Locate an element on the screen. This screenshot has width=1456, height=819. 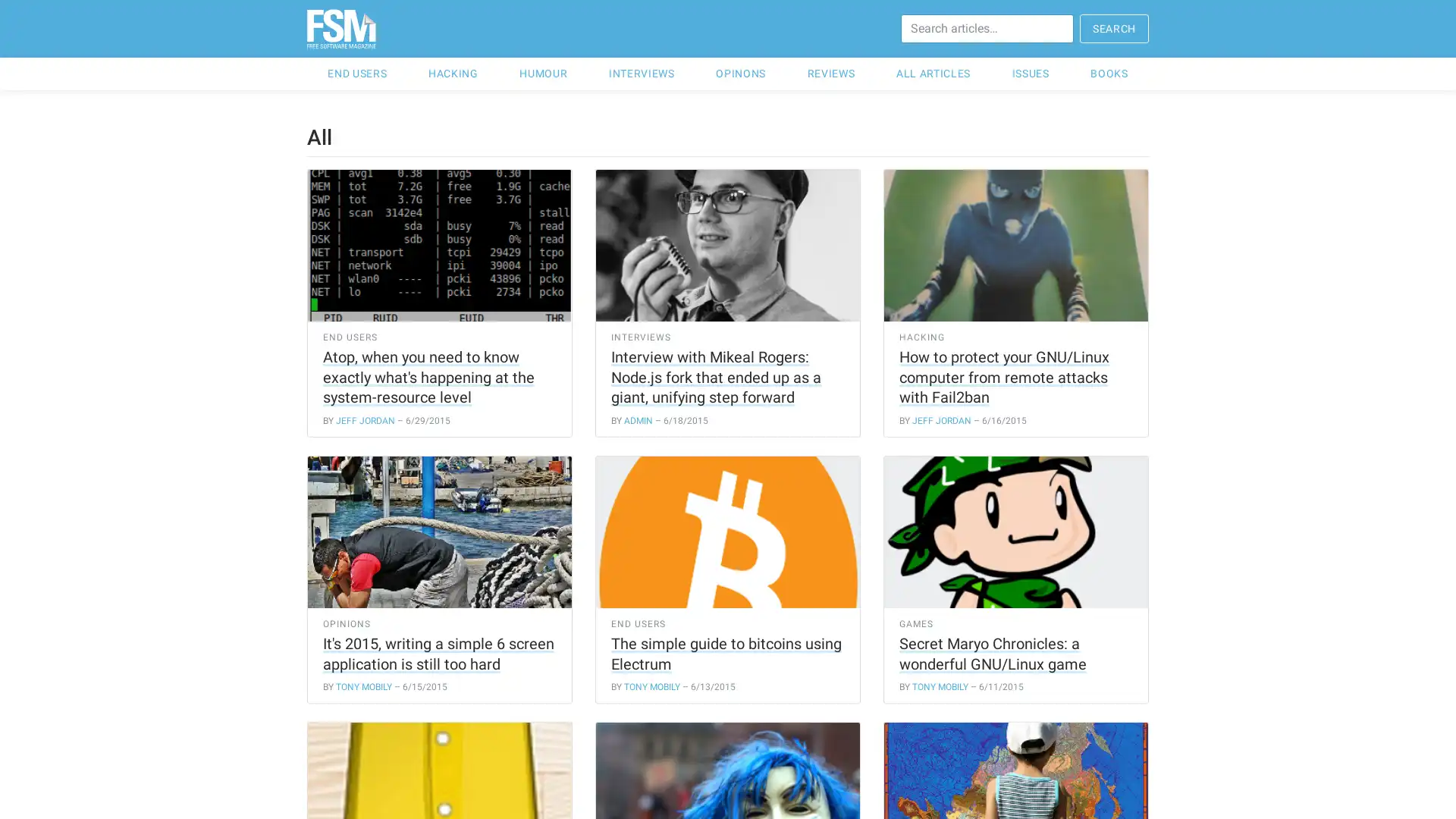
SEARCH is located at coordinates (1113, 28).